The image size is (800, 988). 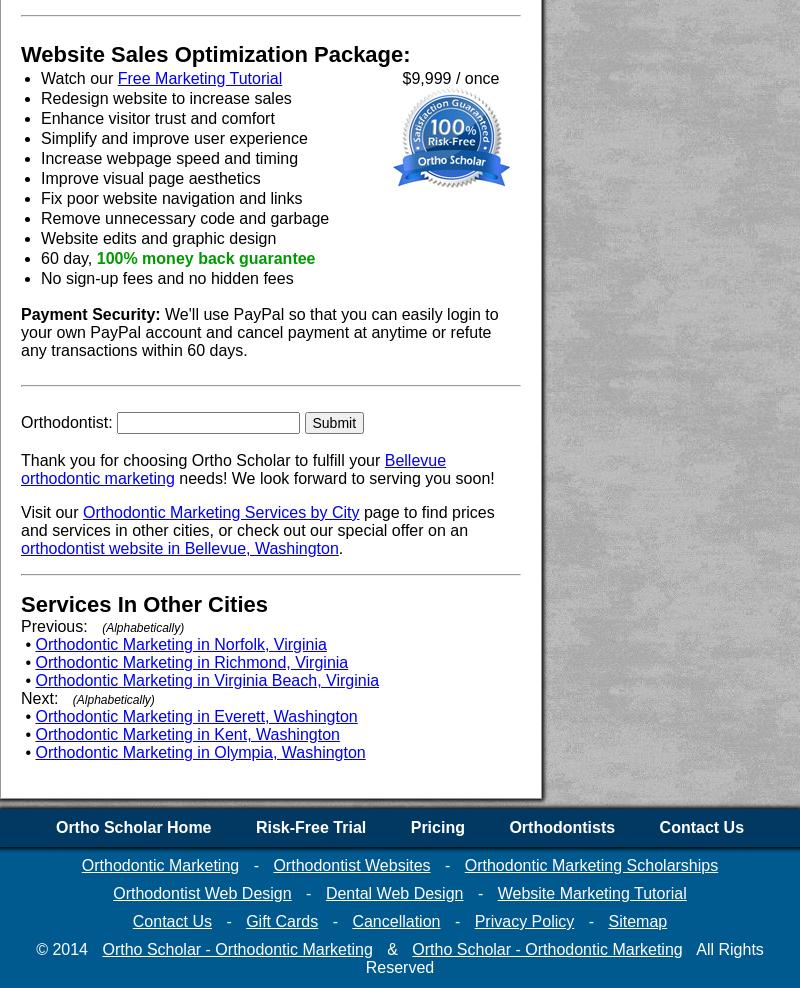 I want to click on '© 2014', so click(x=63, y=949).